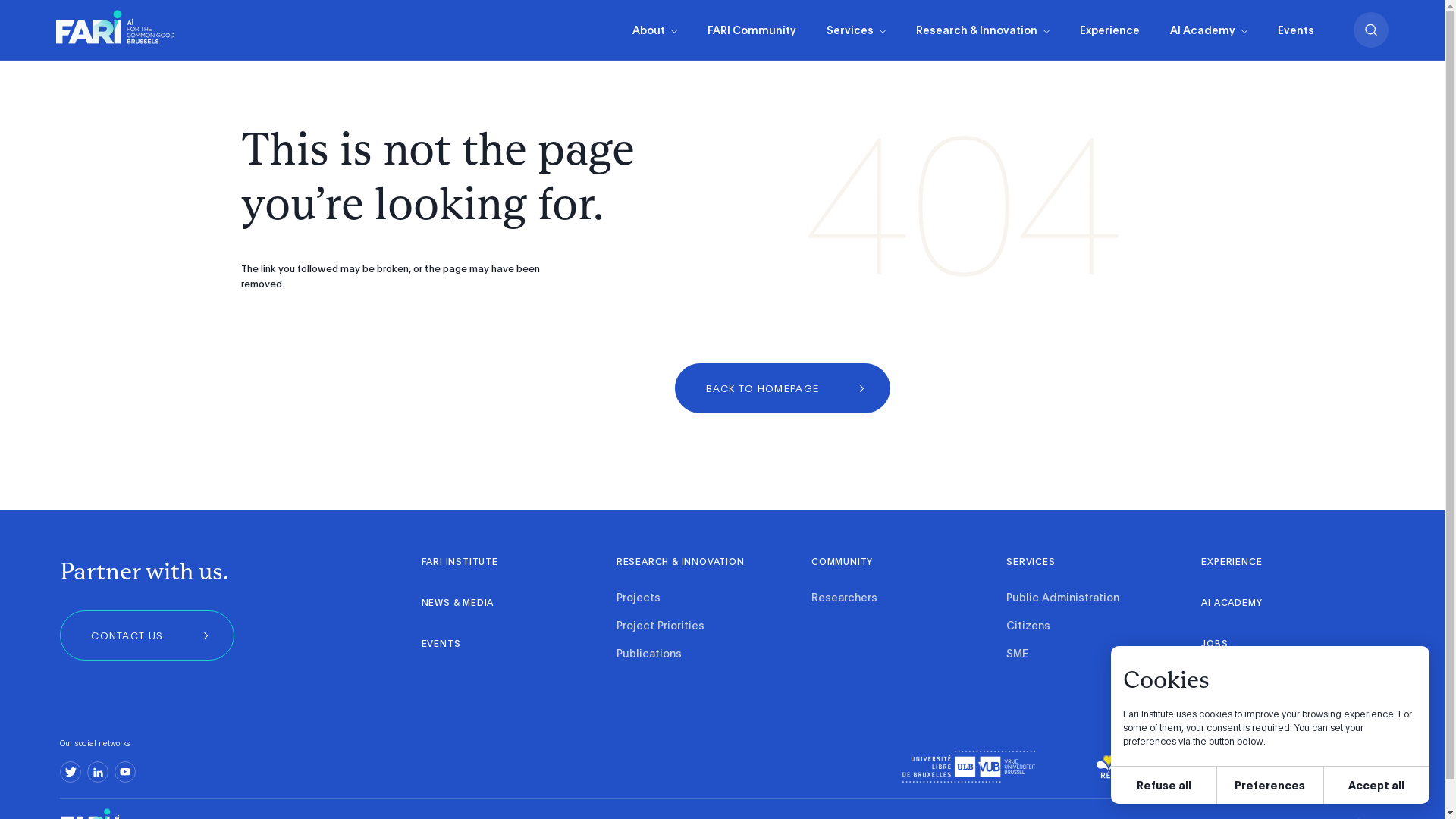 This screenshot has width=1456, height=819. What do you see at coordinates (679, 562) in the screenshot?
I see `'RESEARCH & INNOVATION'` at bounding box center [679, 562].